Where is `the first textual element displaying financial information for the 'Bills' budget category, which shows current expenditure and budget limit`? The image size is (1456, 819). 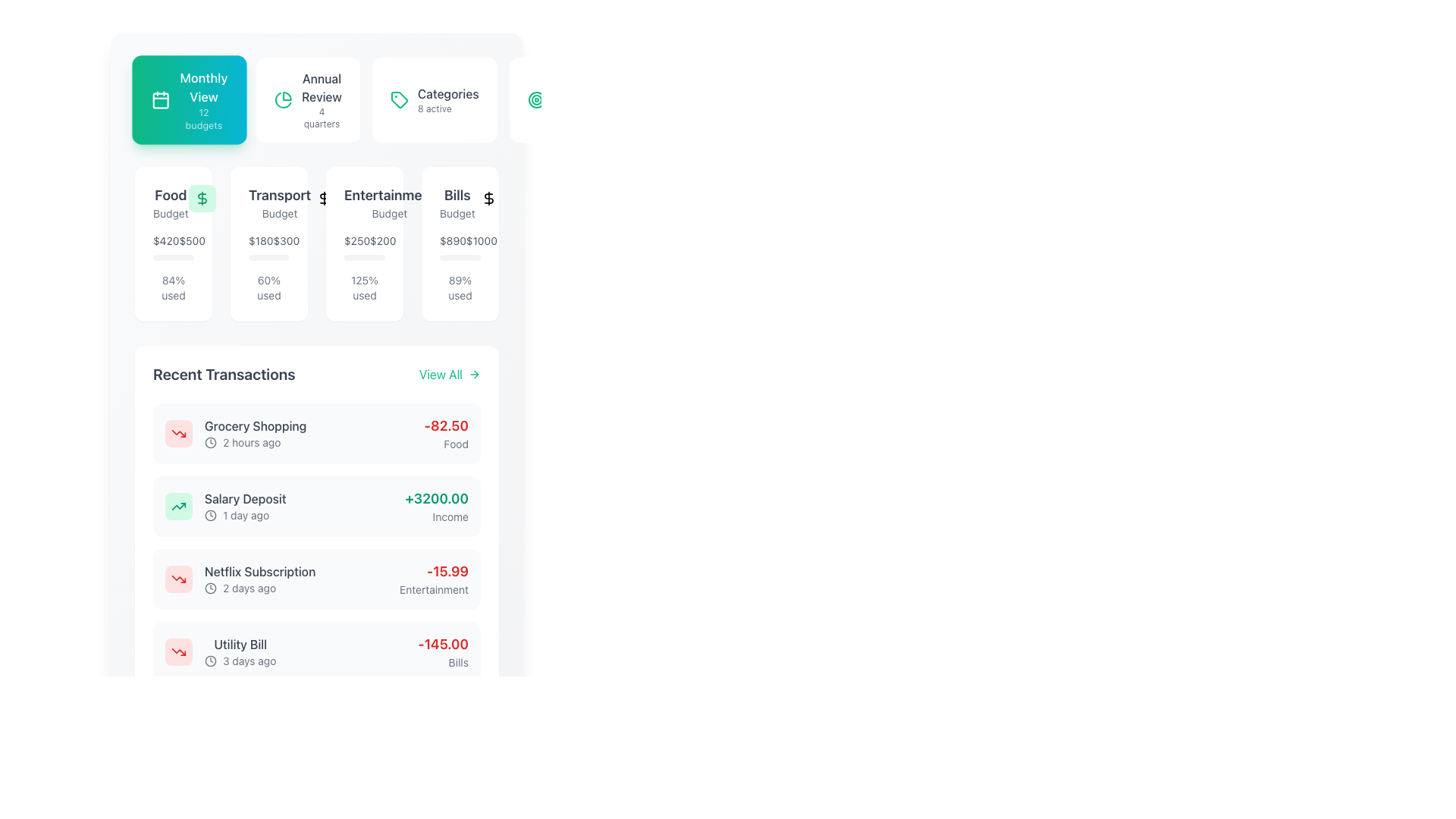
the first textual element displaying financial information for the 'Bills' budget category, which shows current expenditure and budget limit is located at coordinates (459, 240).